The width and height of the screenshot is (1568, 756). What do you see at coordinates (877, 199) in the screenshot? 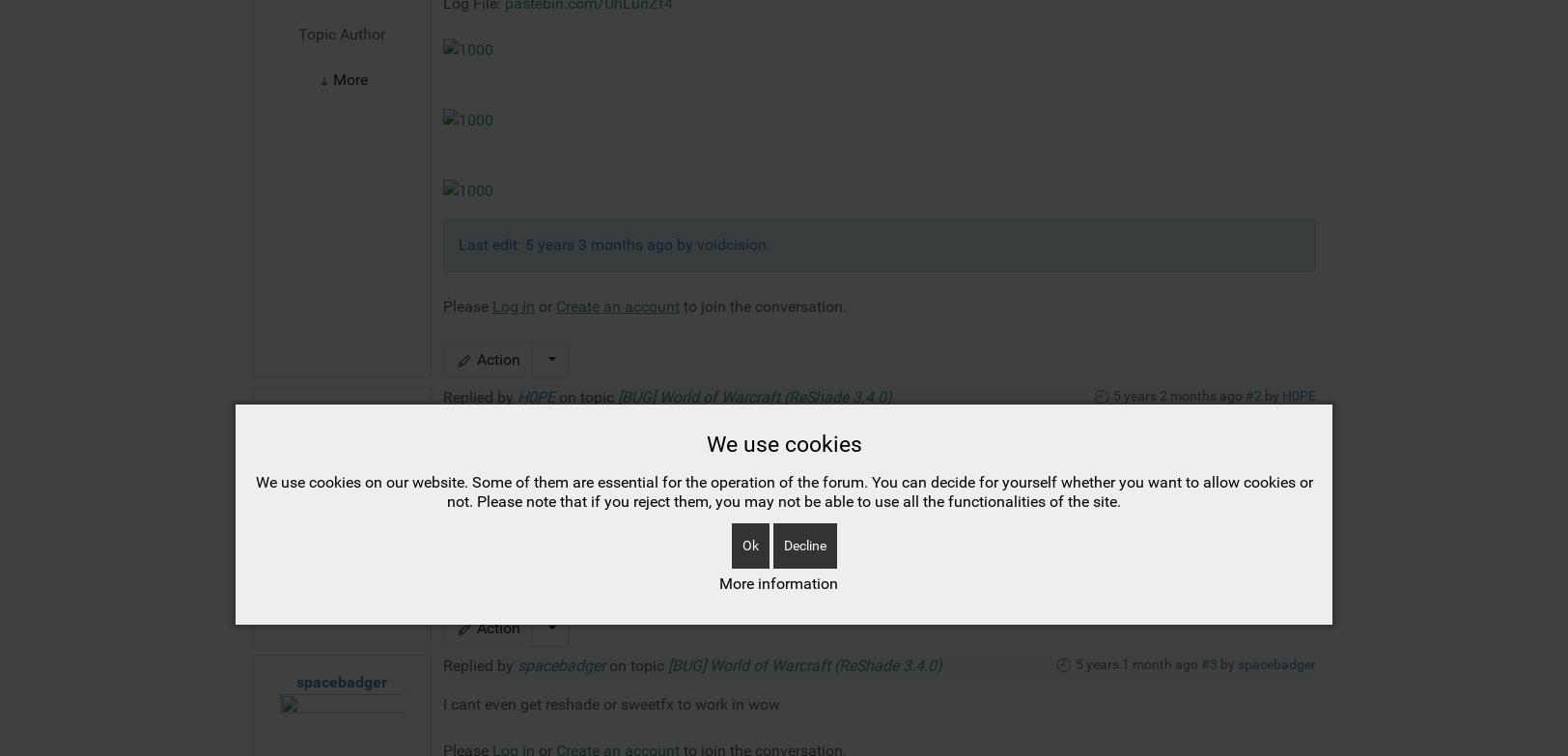
I see `'One thing also I suspect... I dont have dx12 option in advanced menu in wow. Could this be because of reshade? Blizzard support said I should check my layout apps that modify games, these can cause graphical issues. Every other app turned off not to mod. games, except reshade.'` at bounding box center [877, 199].